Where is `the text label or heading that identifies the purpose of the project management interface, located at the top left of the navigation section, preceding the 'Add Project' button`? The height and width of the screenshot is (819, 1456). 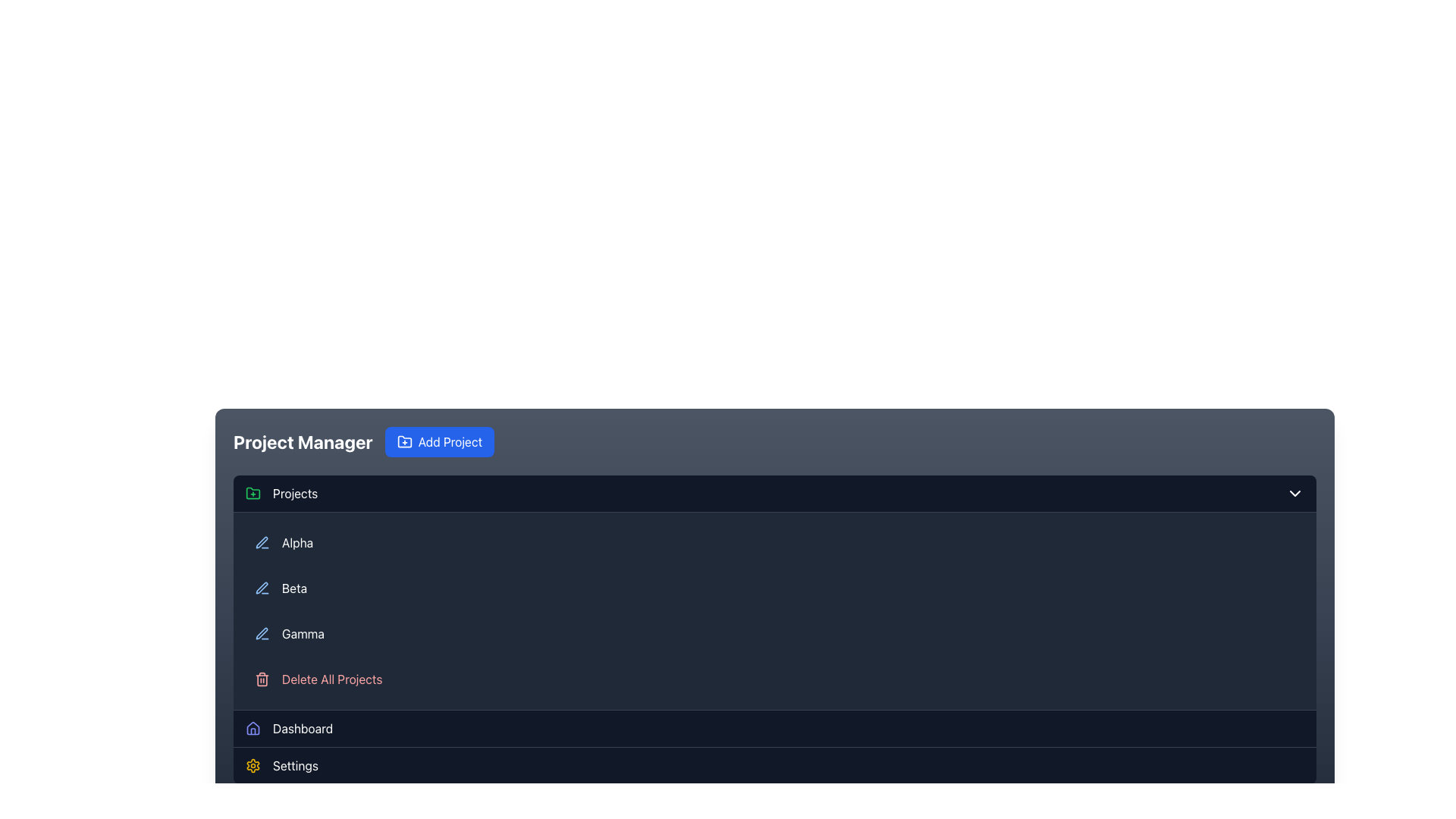 the text label or heading that identifies the purpose of the project management interface, located at the top left of the navigation section, preceding the 'Add Project' button is located at coordinates (303, 441).